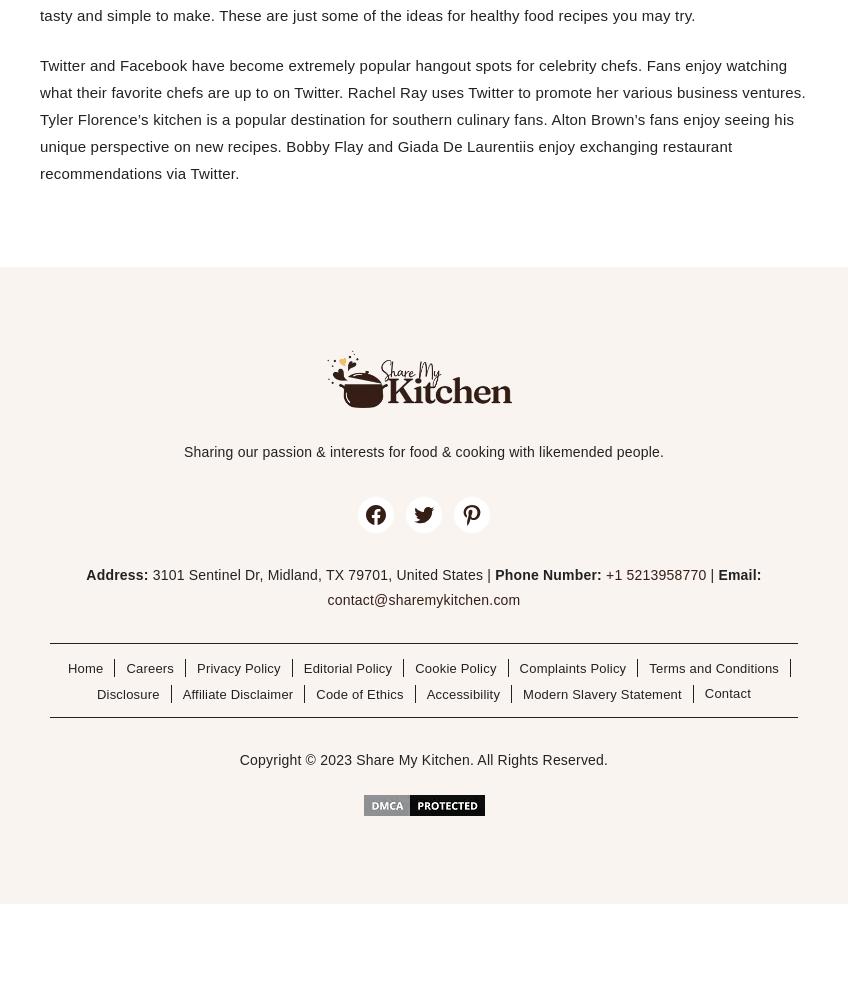 Image resolution: width=848 pixels, height=1002 pixels. Describe the element at coordinates (739, 574) in the screenshot. I see `'Email:'` at that location.